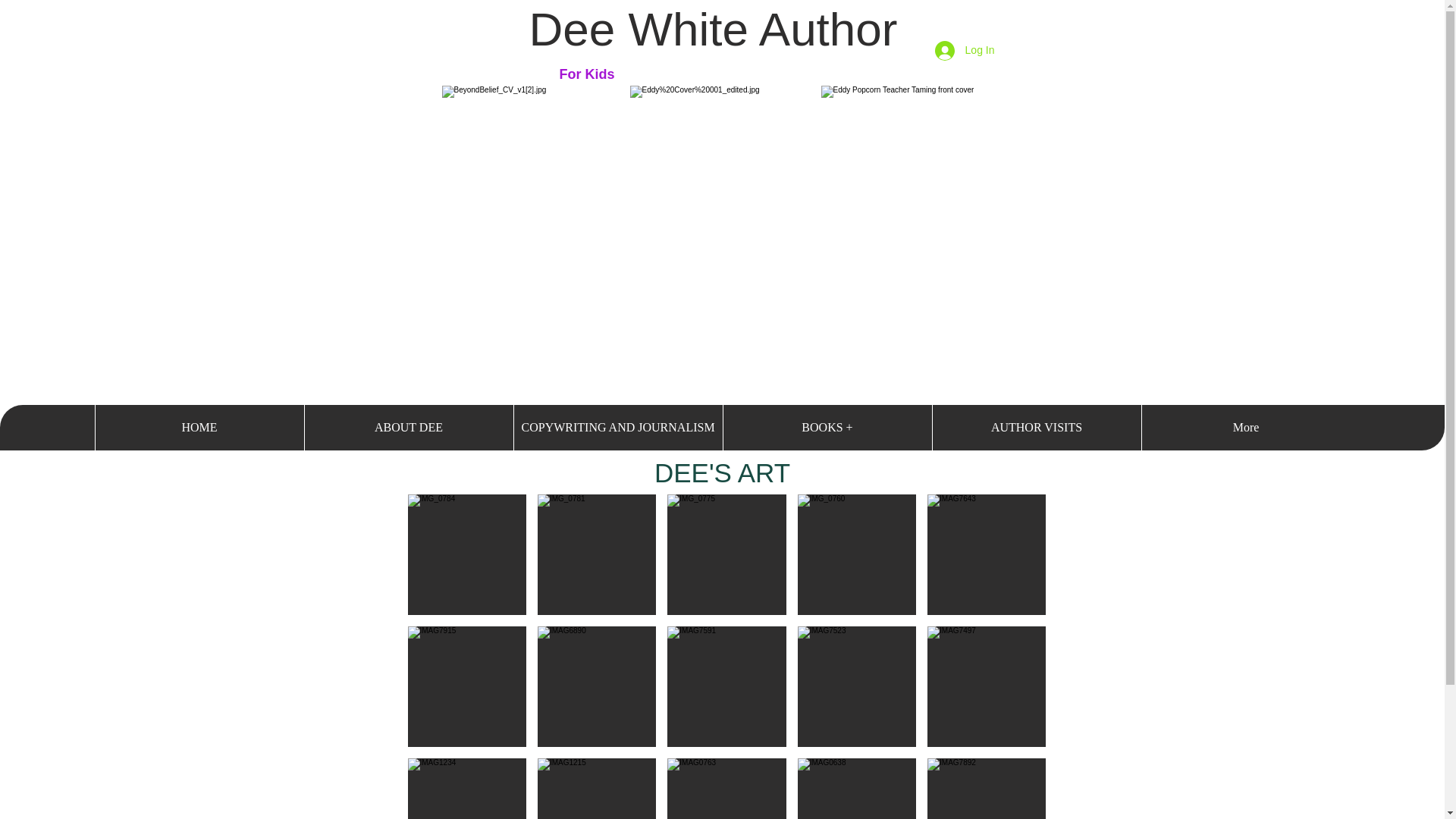 The height and width of the screenshot is (819, 1456). Describe the element at coordinates (964, 49) in the screenshot. I see `'Log In'` at that location.